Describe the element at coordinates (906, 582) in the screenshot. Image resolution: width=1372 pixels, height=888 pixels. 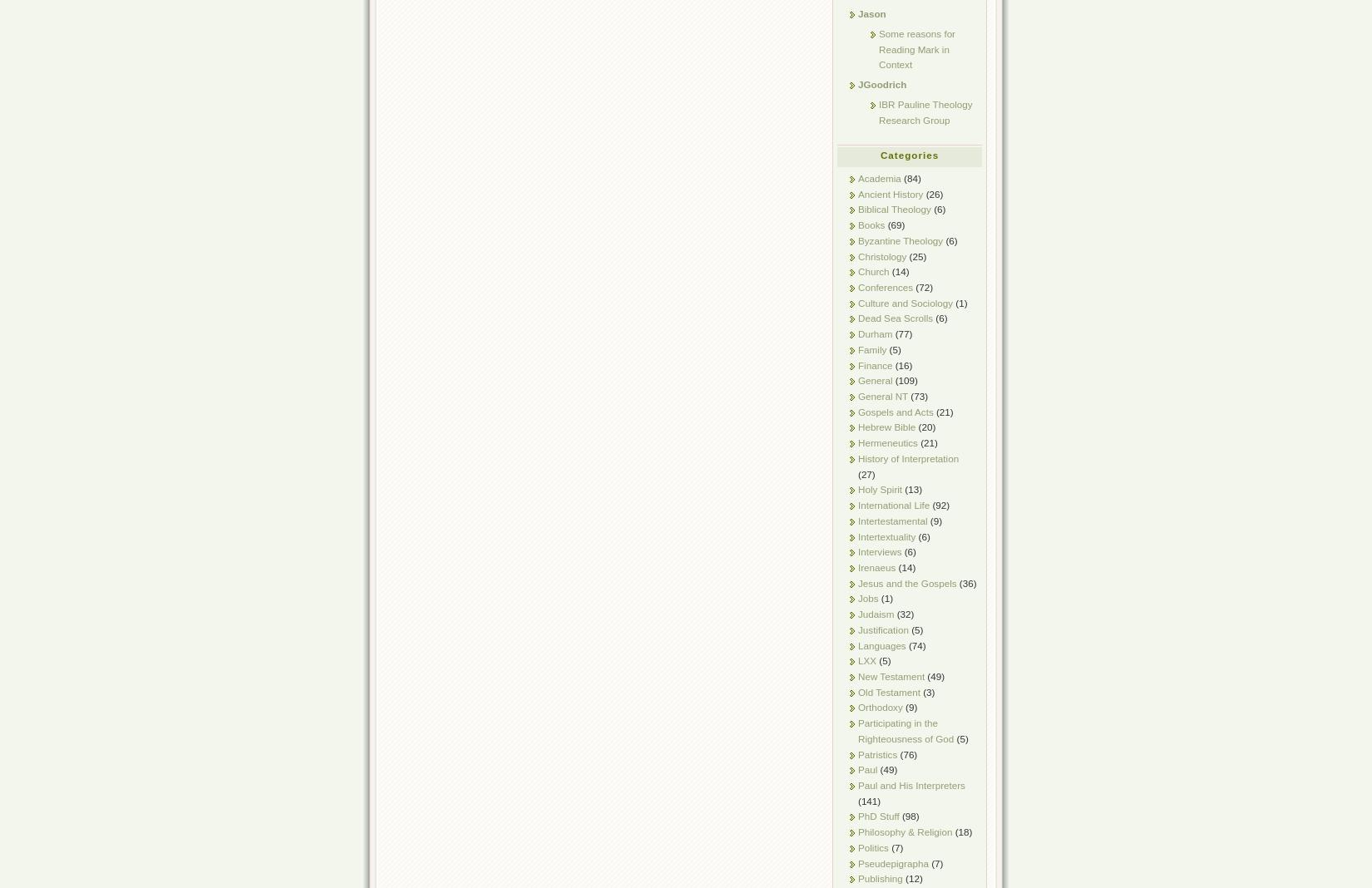
I see `'Jesus and the Gospels'` at that location.